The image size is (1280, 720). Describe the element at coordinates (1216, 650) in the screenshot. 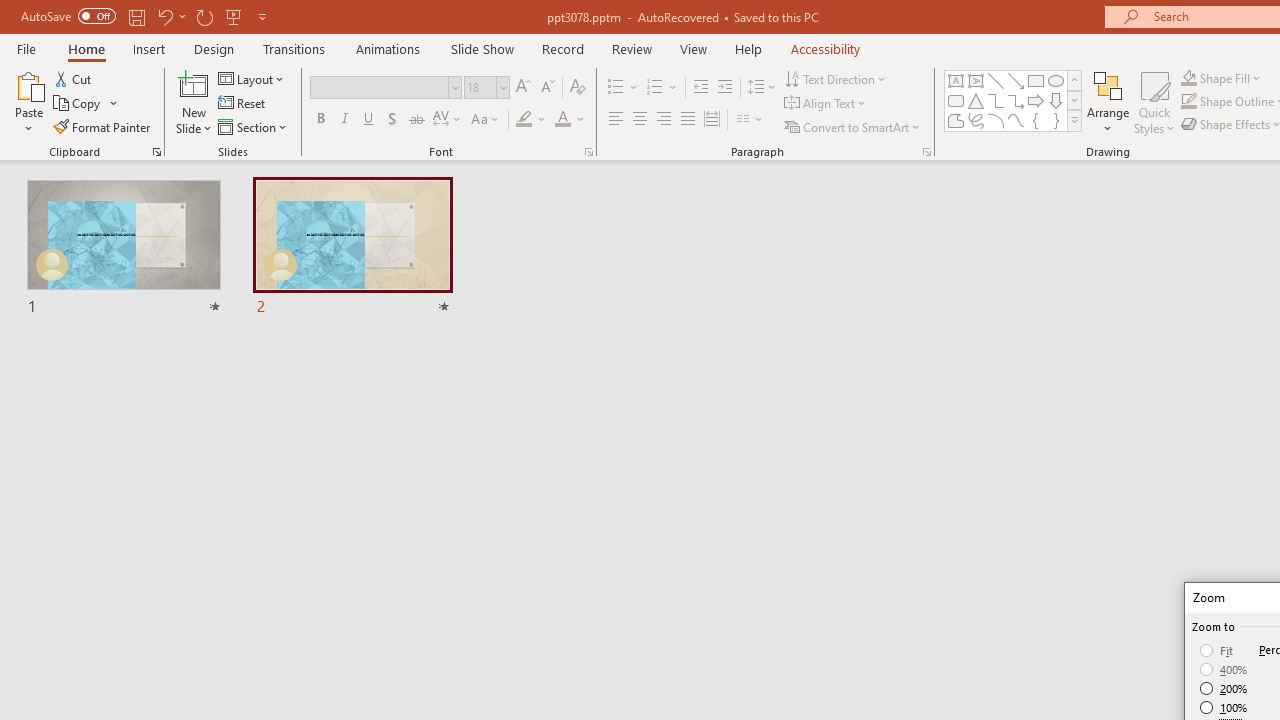

I see `'Fit'` at that location.